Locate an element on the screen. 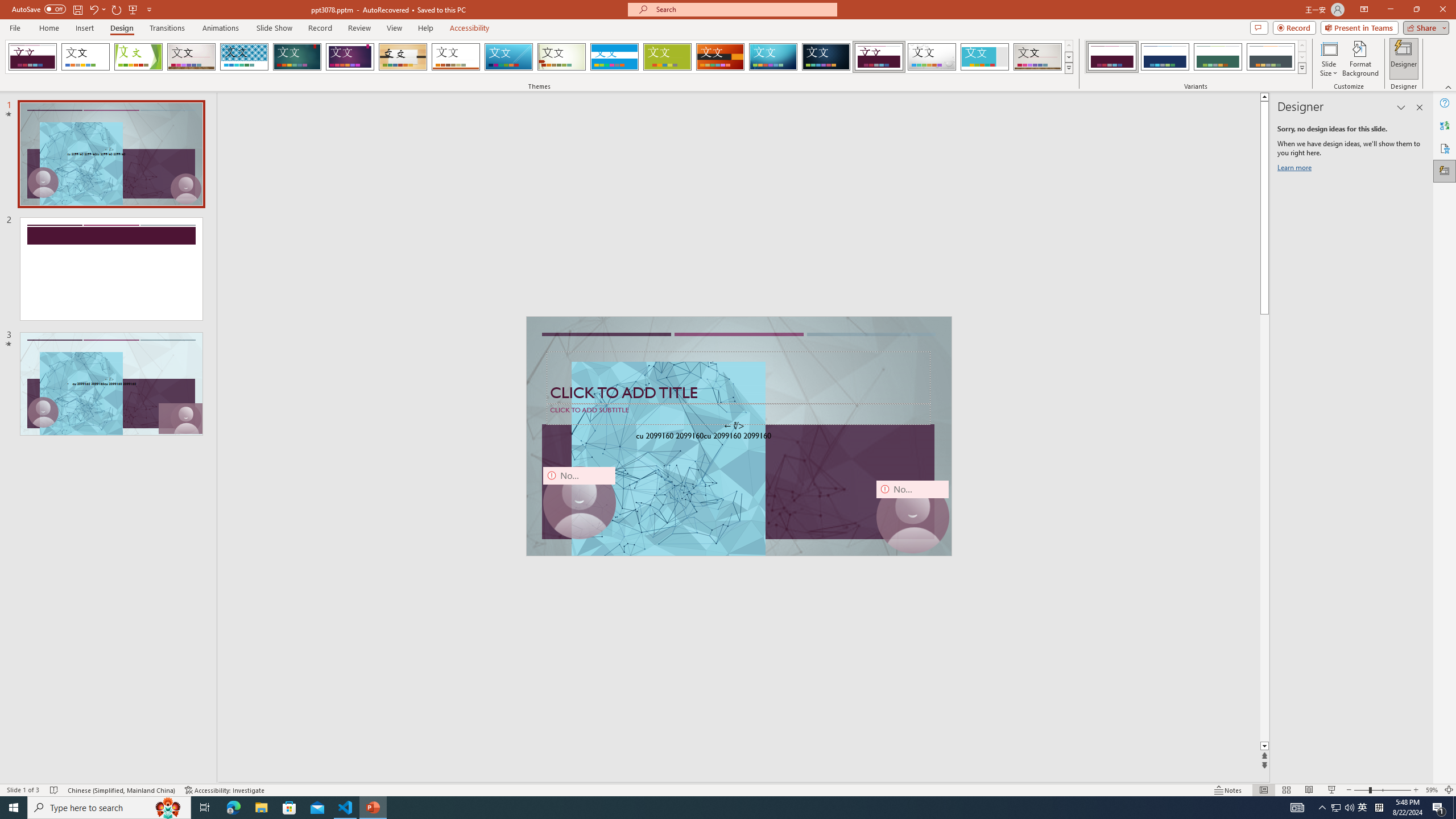 This screenshot has height=819, width=1456. 'TextBox 61' is located at coordinates (737, 436).